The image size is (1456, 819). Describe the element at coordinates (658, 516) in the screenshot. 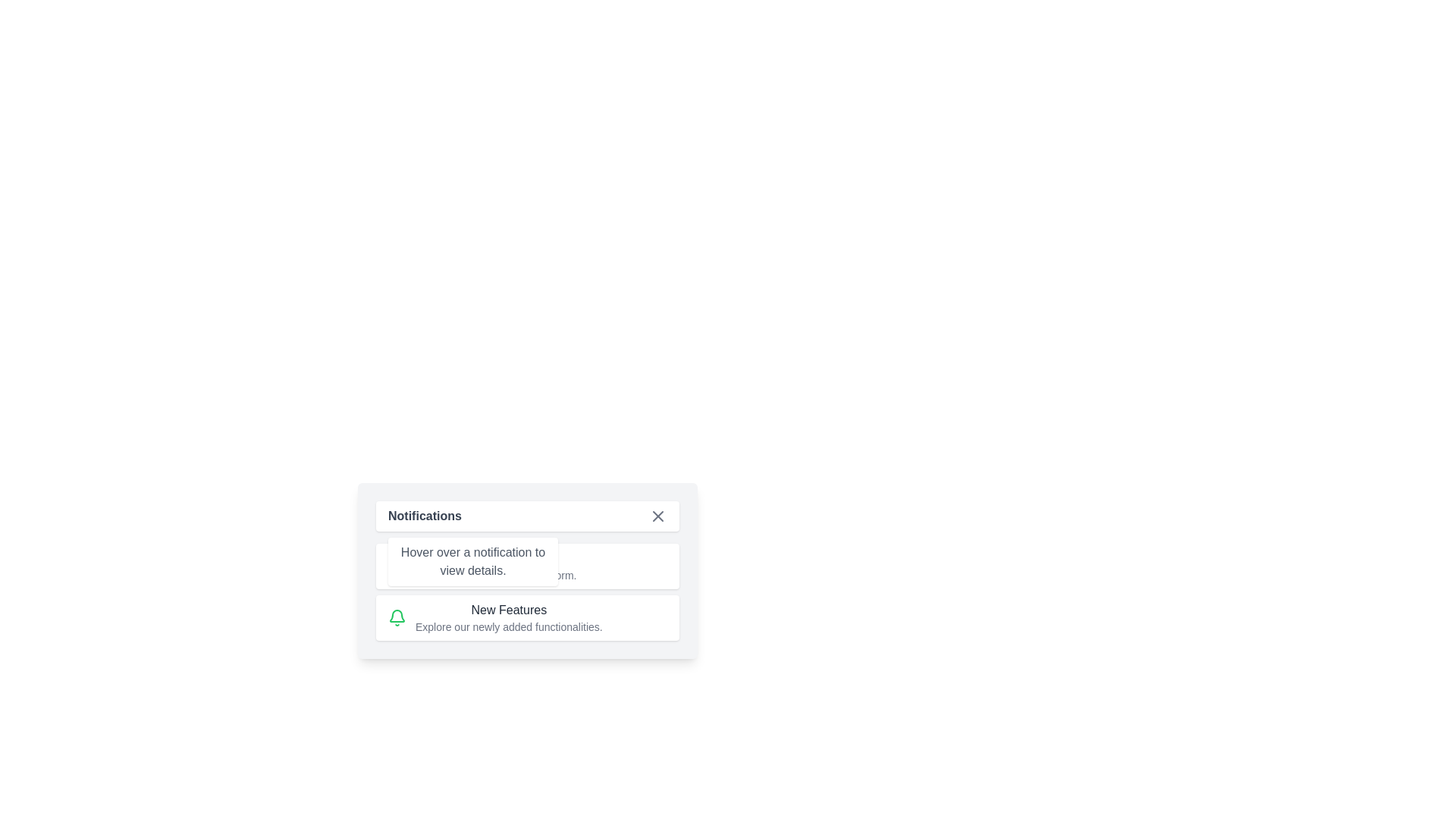

I see `the close button for the notifications panel located at the top-right of the 'Notifications' header section` at that location.